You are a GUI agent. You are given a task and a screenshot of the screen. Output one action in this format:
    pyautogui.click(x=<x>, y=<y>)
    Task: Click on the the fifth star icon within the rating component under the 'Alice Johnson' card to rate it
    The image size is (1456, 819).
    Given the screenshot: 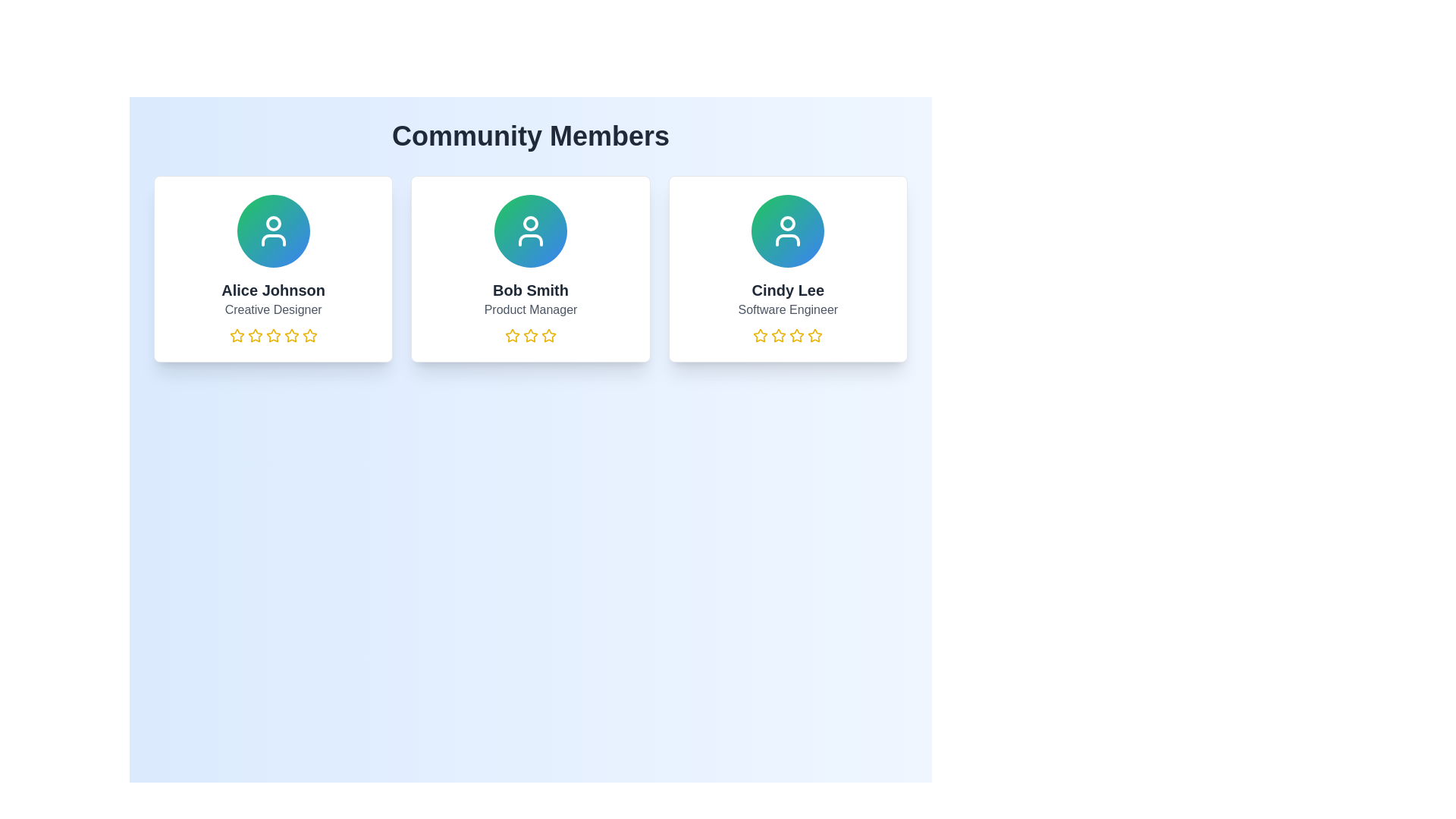 What is the action you would take?
    pyautogui.click(x=309, y=334)
    